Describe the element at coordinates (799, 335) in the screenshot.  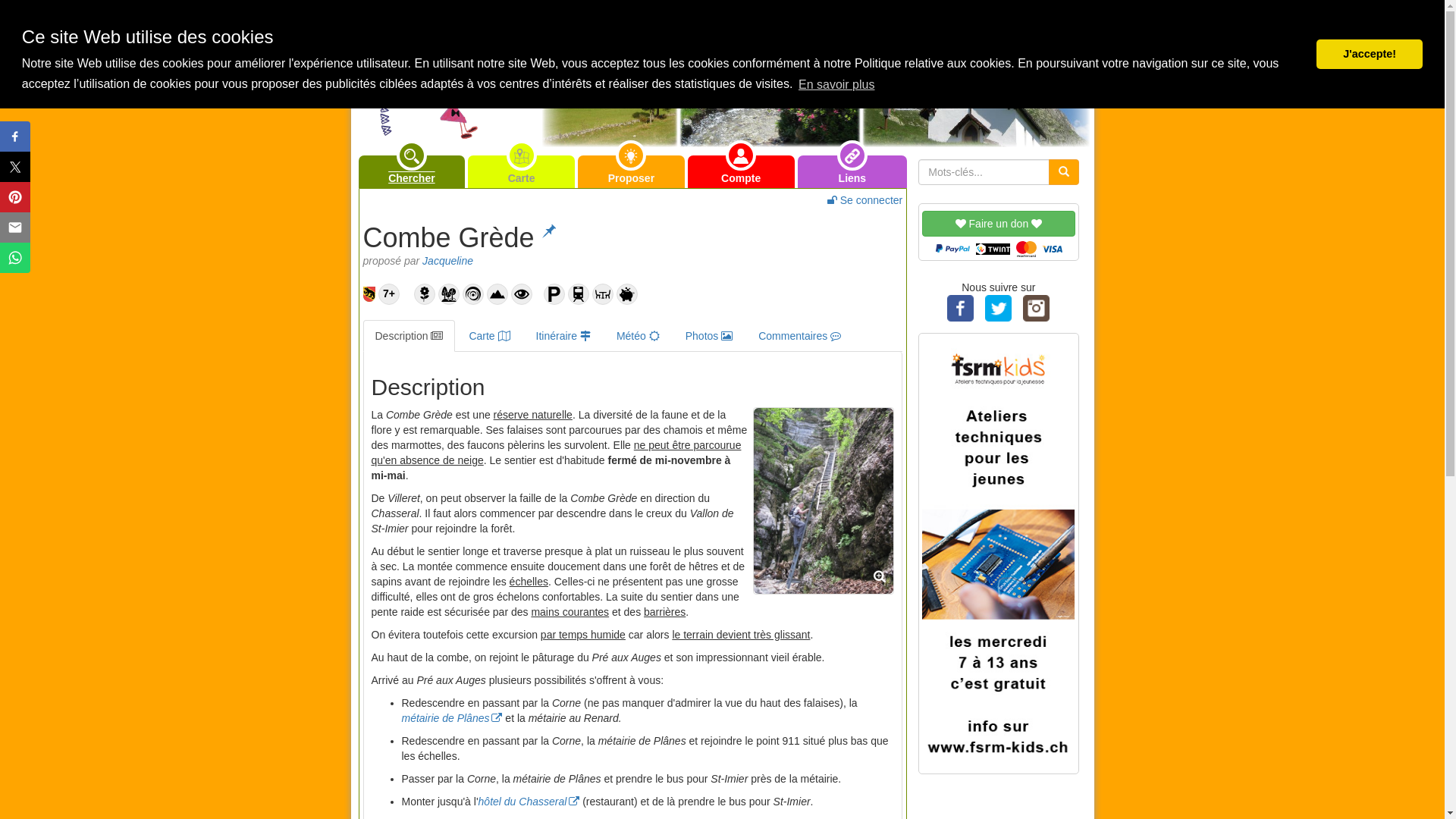
I see `'Commentaires'` at that location.